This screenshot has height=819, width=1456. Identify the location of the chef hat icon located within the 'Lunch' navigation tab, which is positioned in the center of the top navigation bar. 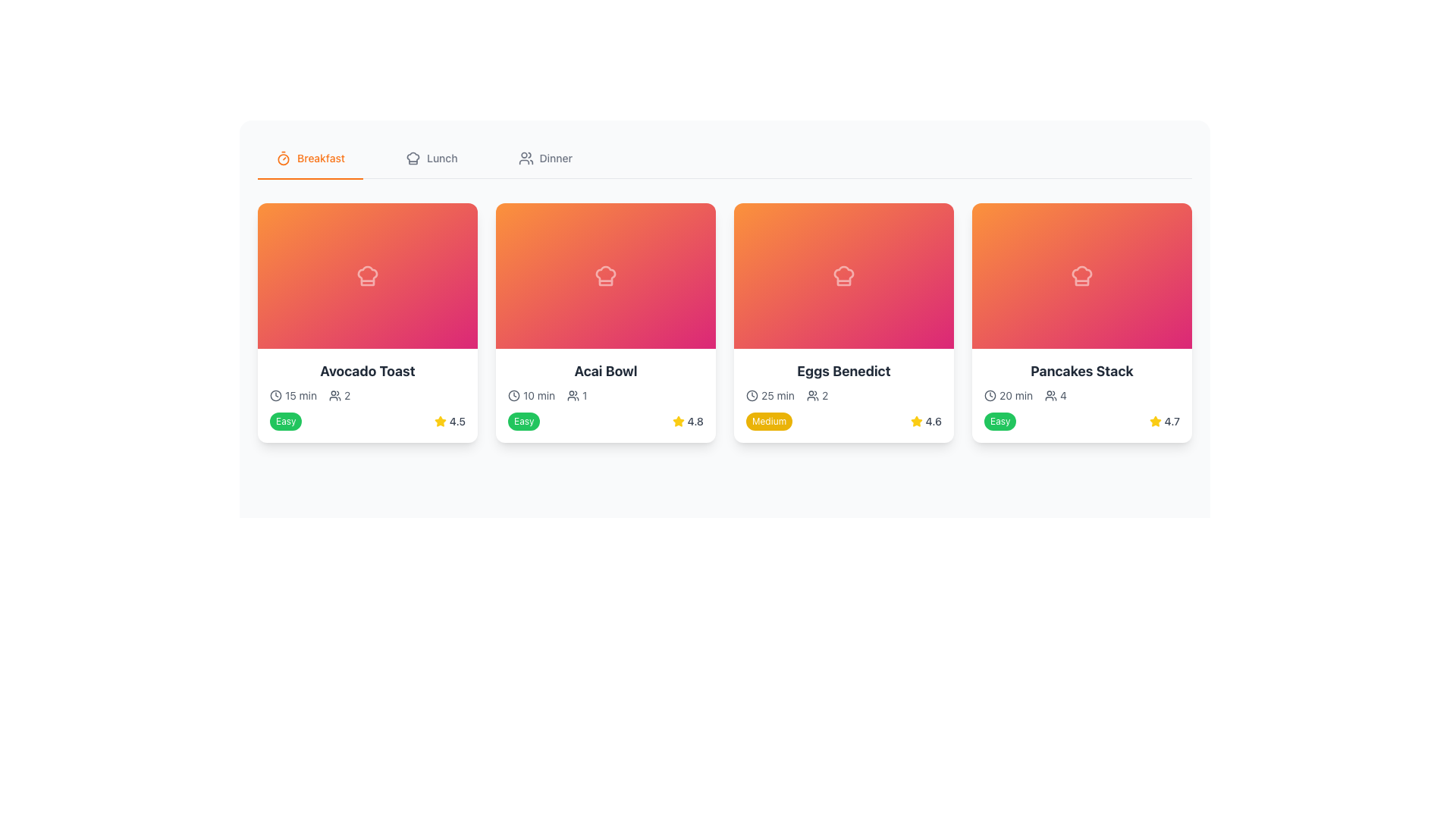
(413, 158).